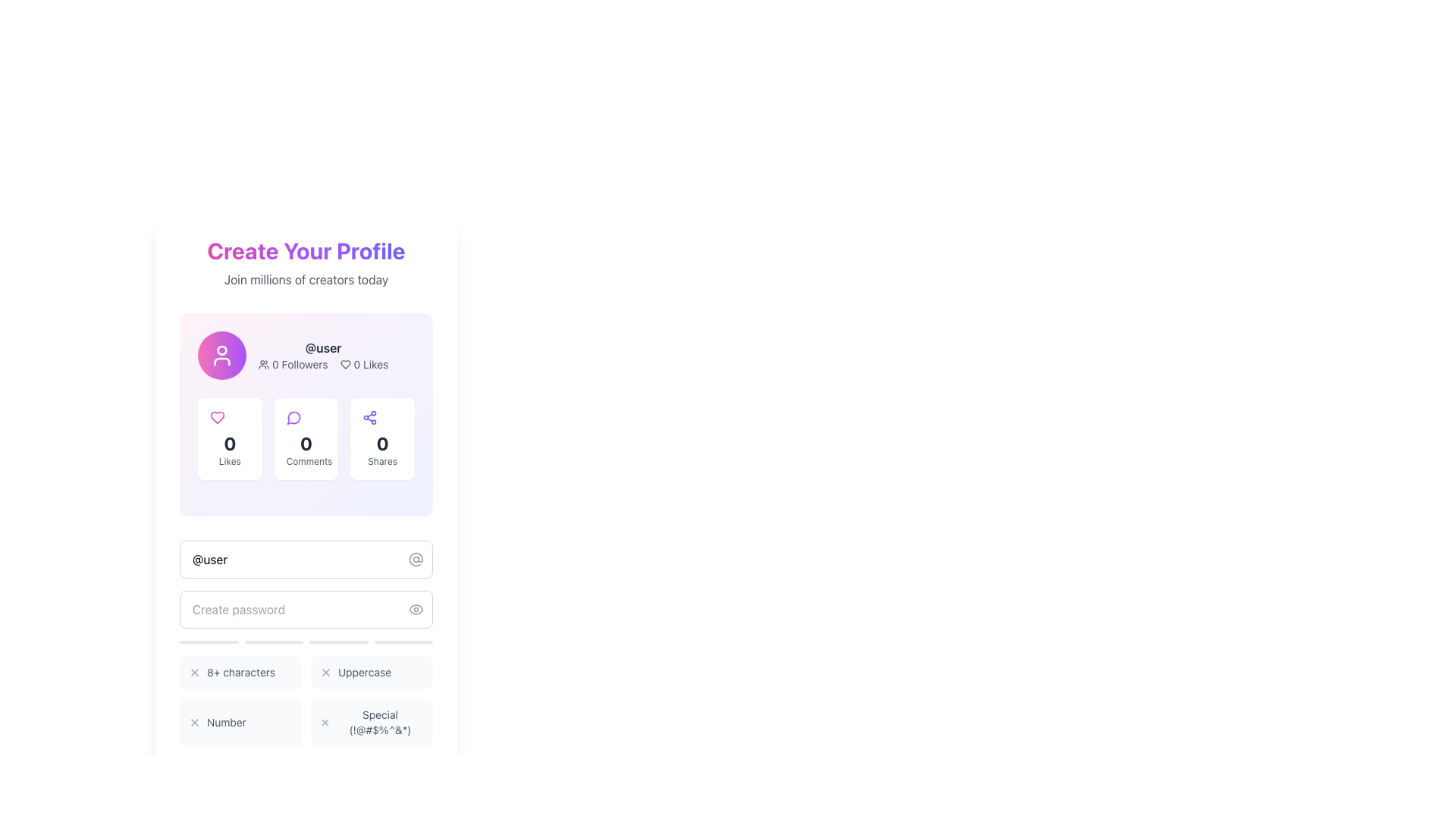 This screenshot has height=819, width=1456. Describe the element at coordinates (344, 365) in the screenshot. I see `the heart-shaped icon with a hollow center located next to the '0 Likes' text in the top-right section of the user profile card` at that location.